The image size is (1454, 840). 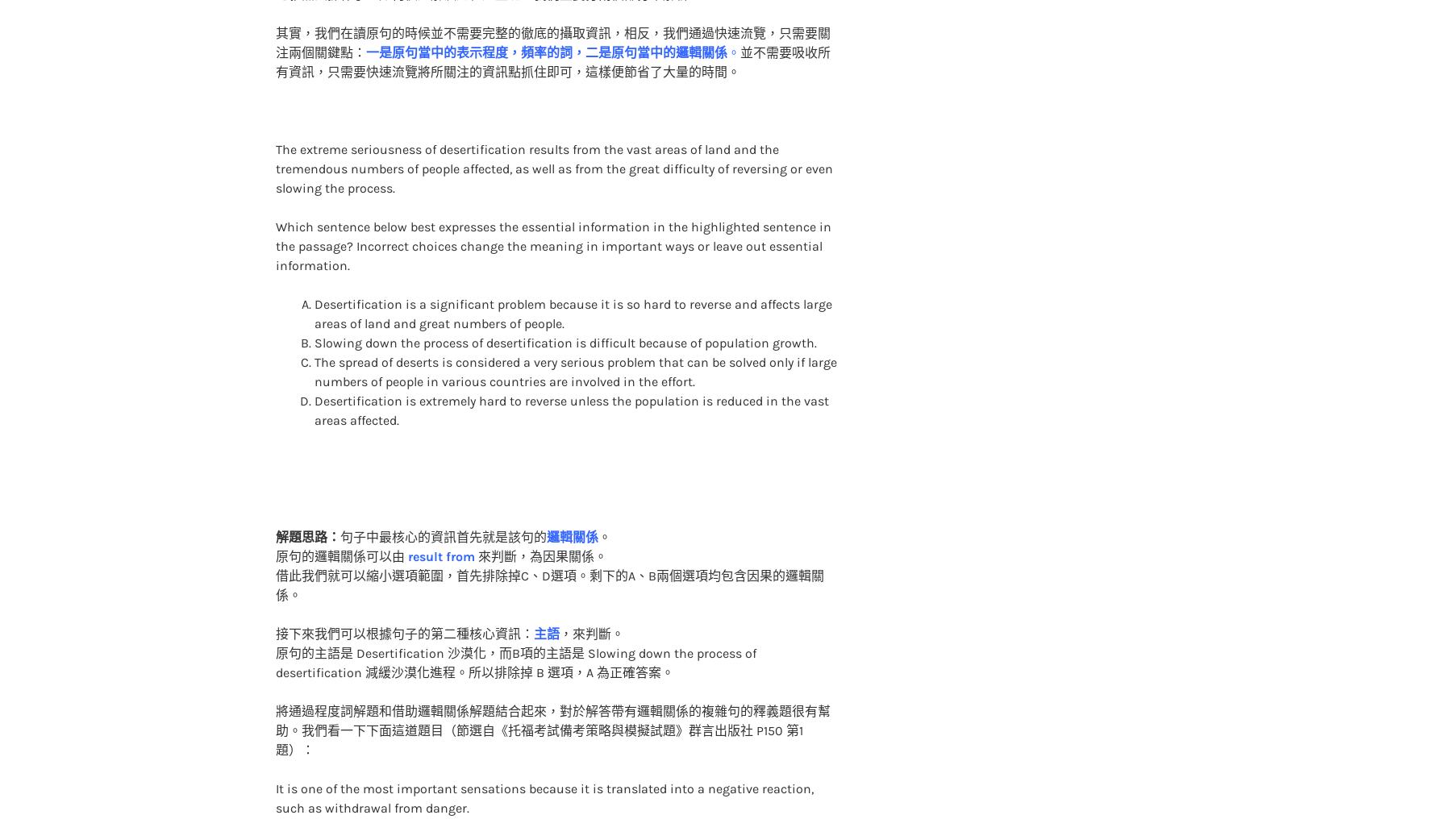 I want to click on 'Desertification is extremely hard to reverse unless the population is reduced in the vast areas affected.', so click(x=570, y=378).